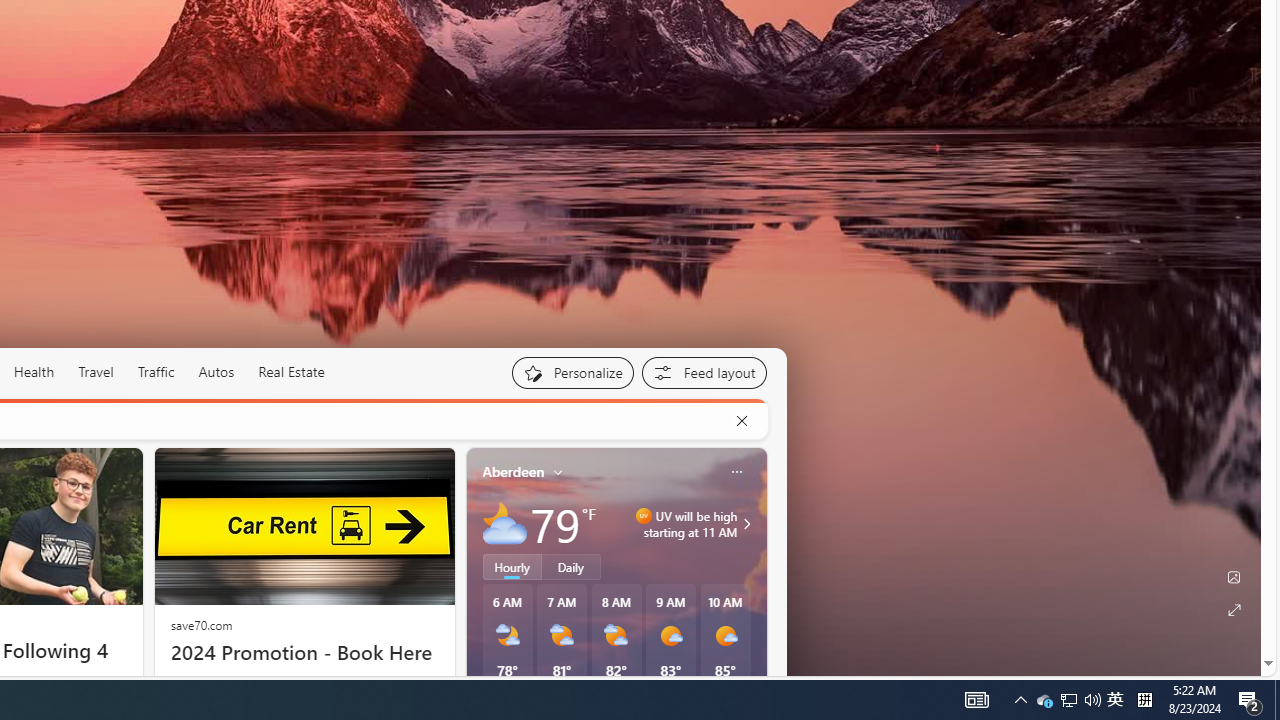 The height and width of the screenshot is (720, 1280). Describe the element at coordinates (33, 372) in the screenshot. I see `'Health'` at that location.